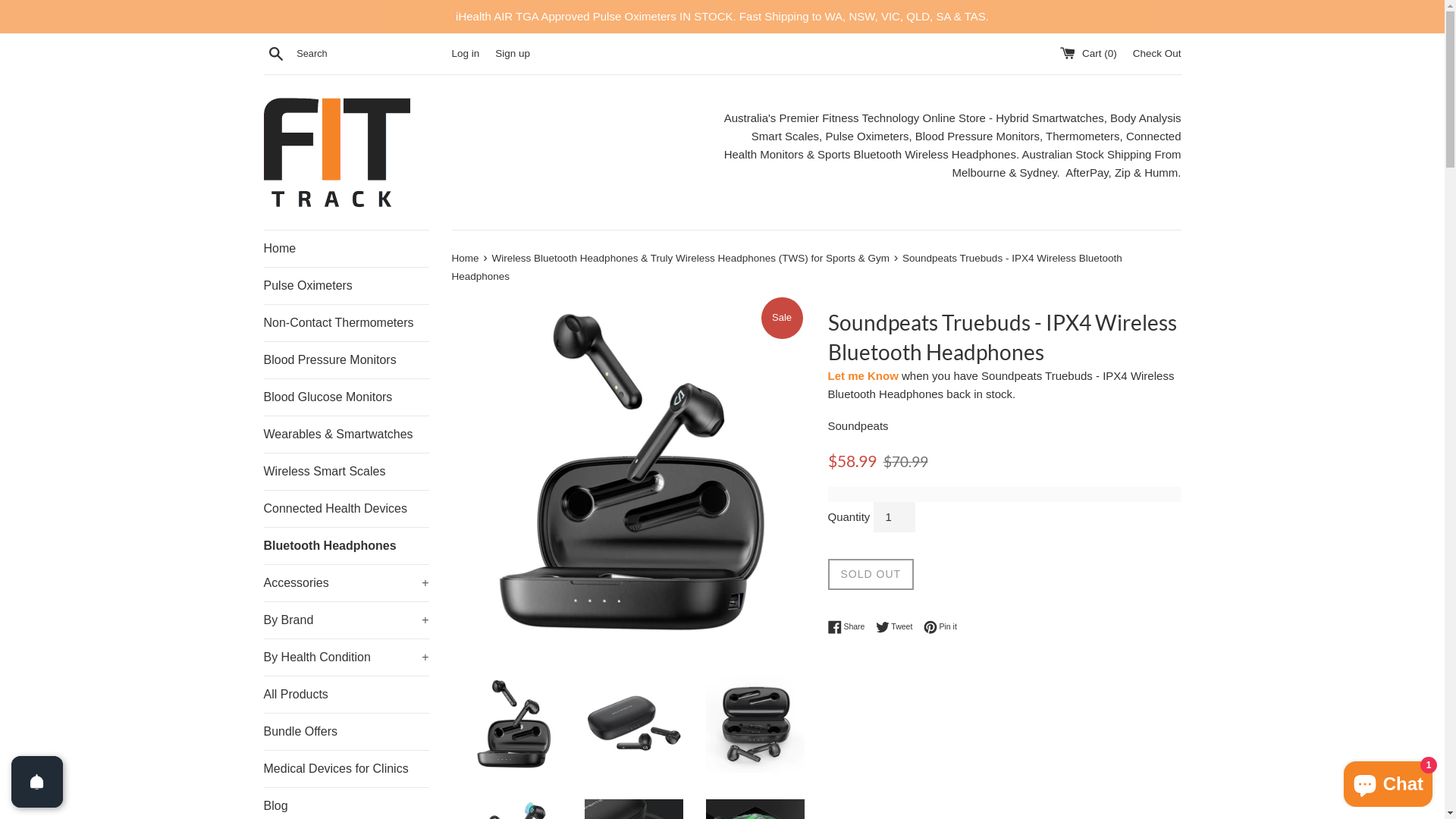 This screenshot has height=819, width=1456. I want to click on 'Log in', so click(465, 52).